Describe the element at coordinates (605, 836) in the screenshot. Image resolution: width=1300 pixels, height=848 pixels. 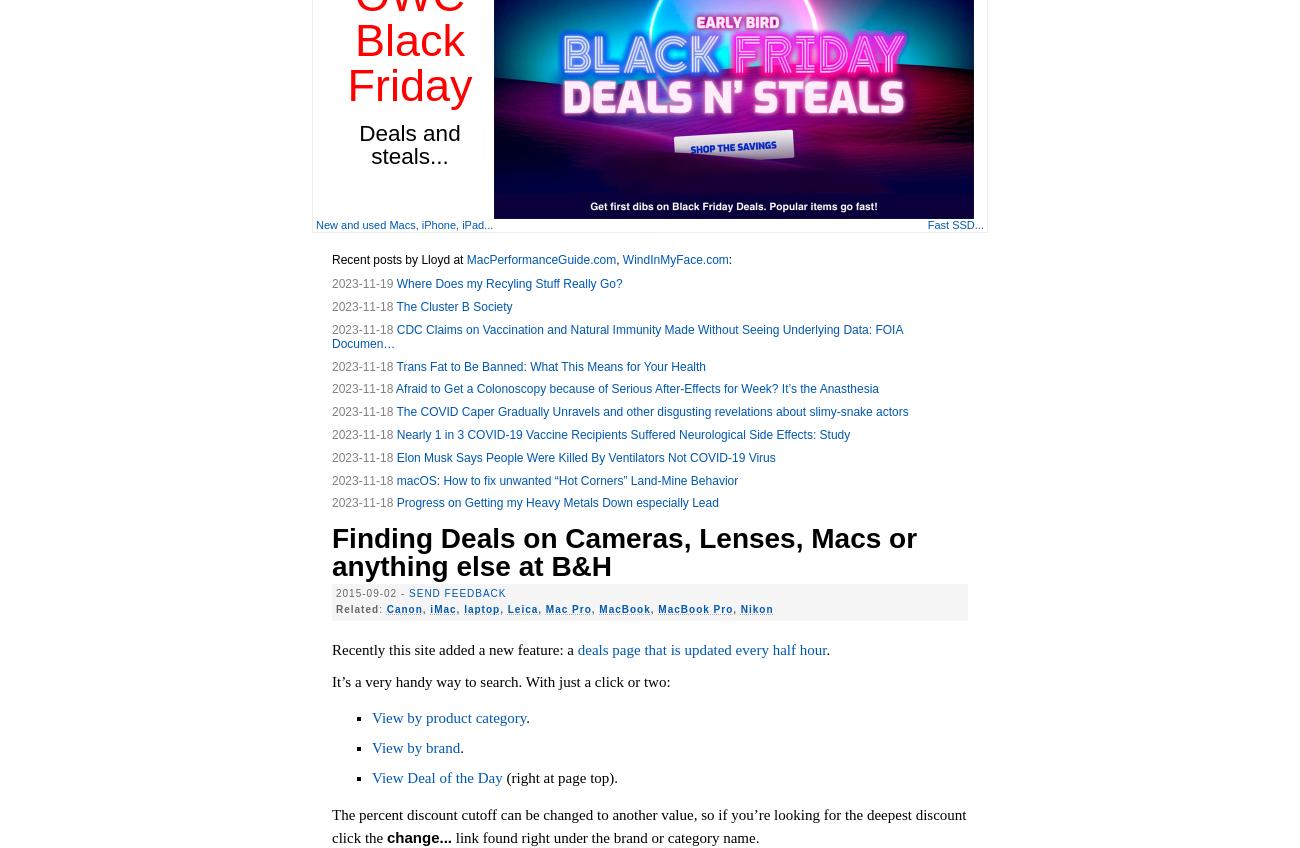
I see `'link found right under the brand or category name.'` at that location.